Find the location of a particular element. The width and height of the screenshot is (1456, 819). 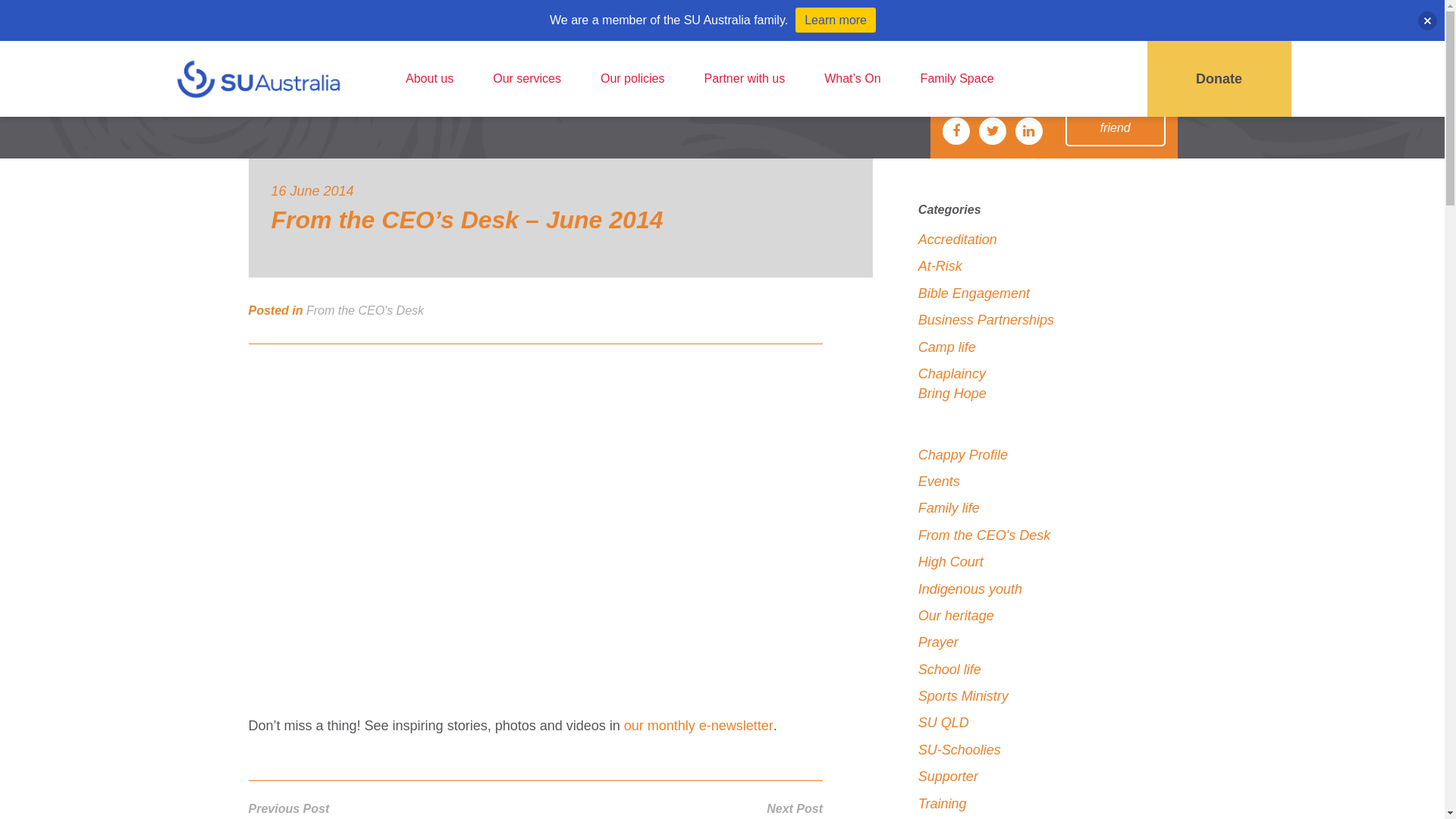

'Our policies' is located at coordinates (632, 79).